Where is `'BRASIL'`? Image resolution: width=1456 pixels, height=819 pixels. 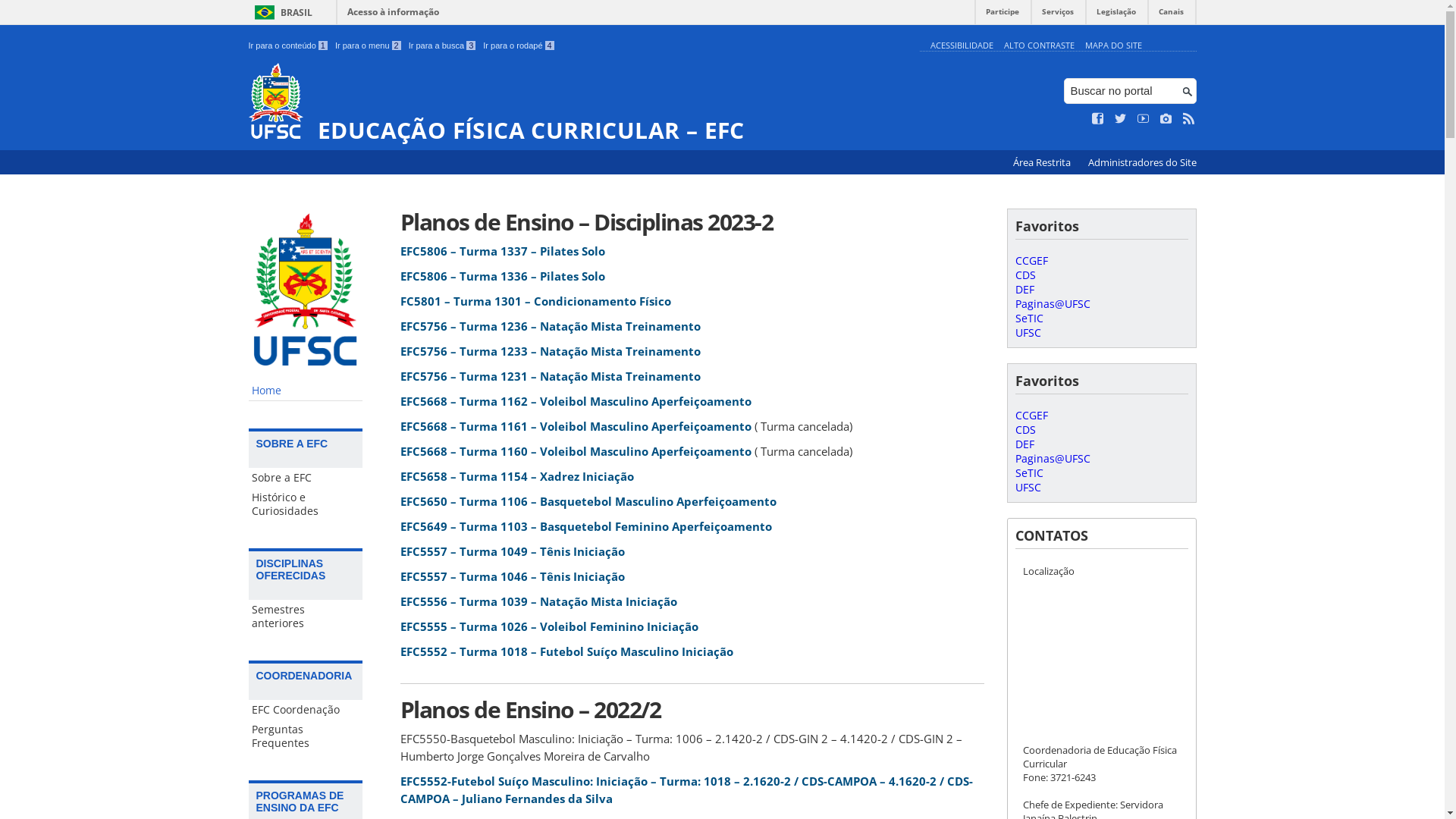
'BRASIL' is located at coordinates (281, 12).